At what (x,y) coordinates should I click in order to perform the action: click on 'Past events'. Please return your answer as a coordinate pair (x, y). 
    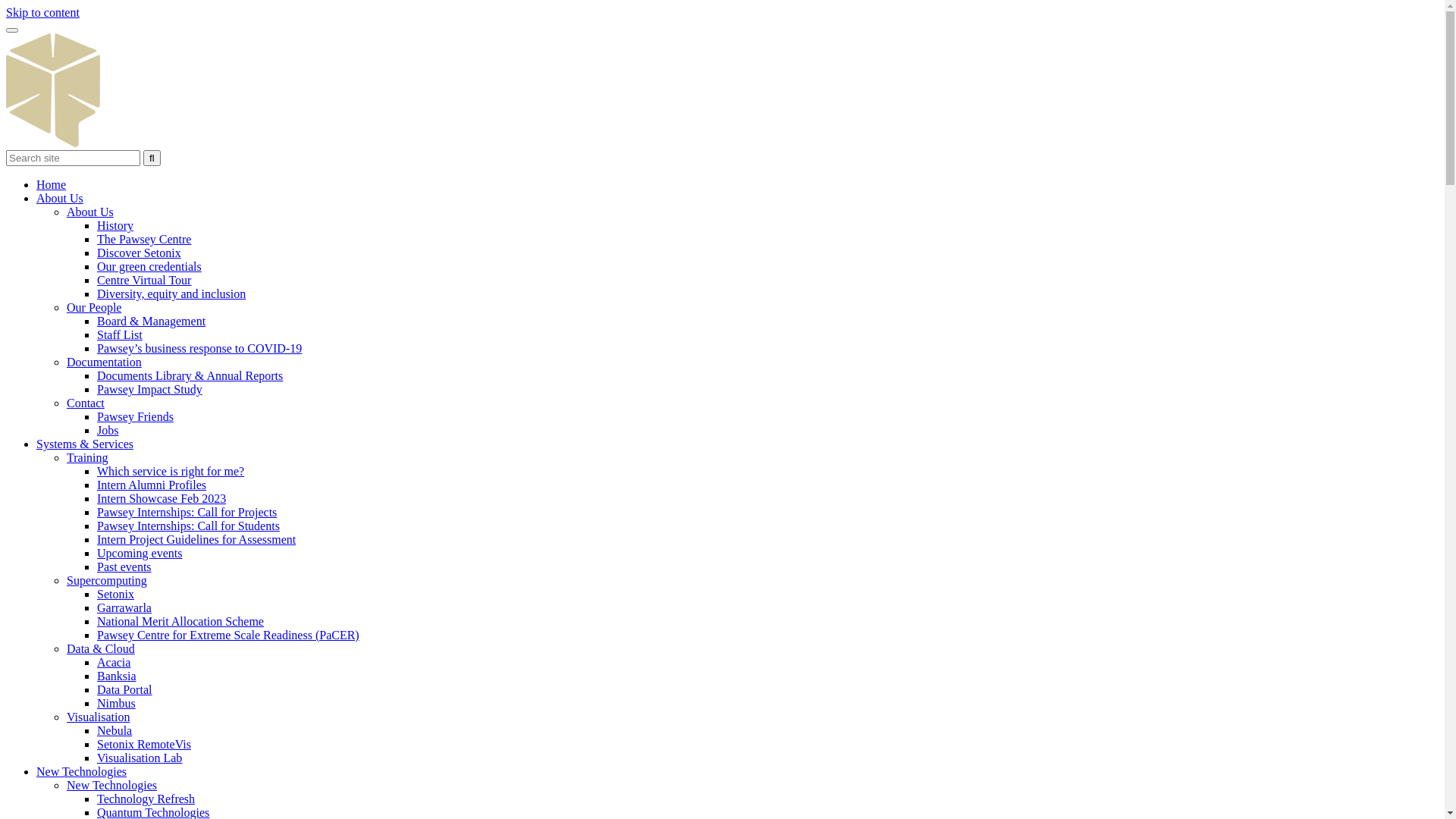
    Looking at the image, I should click on (96, 566).